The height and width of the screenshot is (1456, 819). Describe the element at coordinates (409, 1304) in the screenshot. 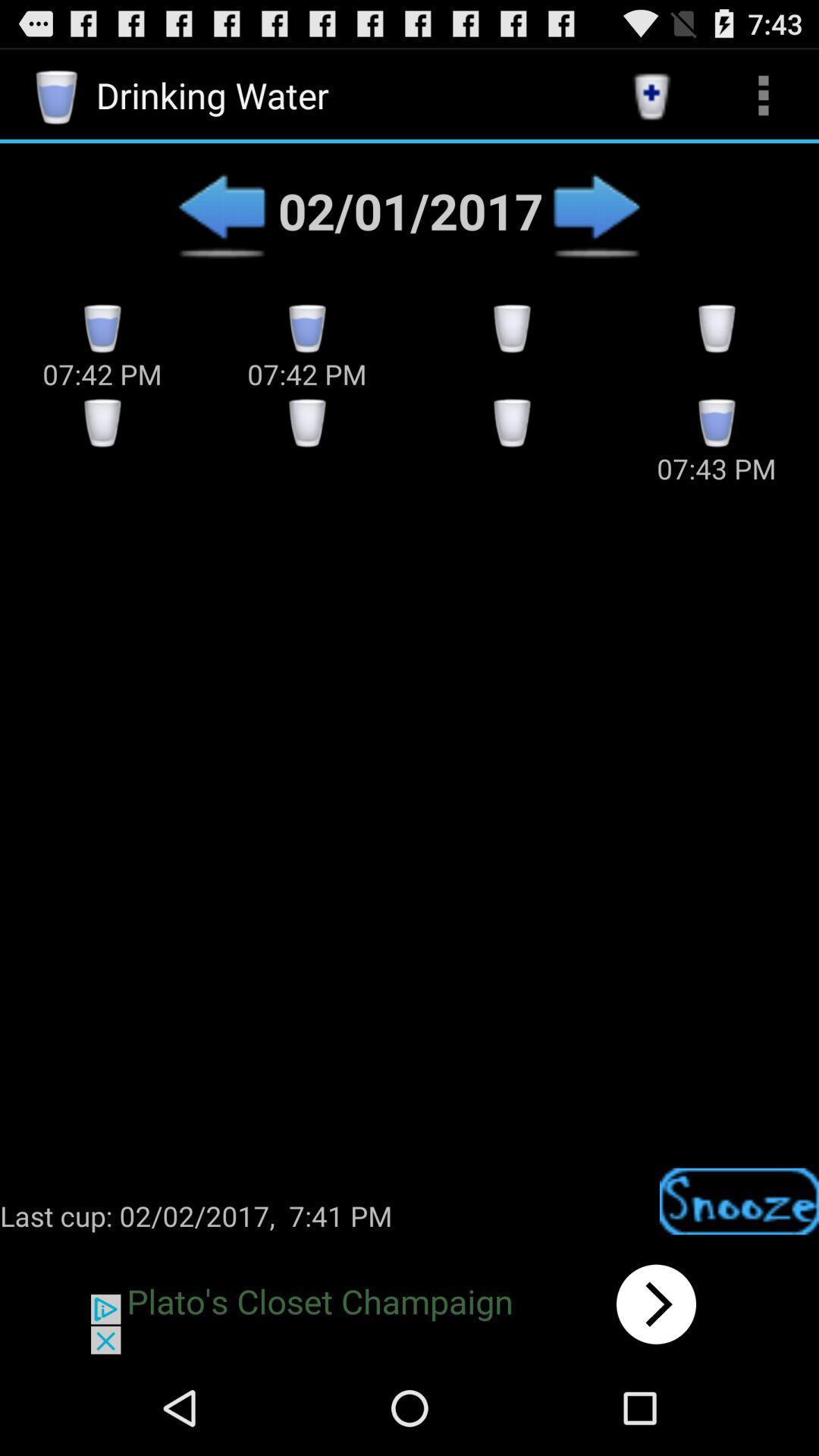

I see `next` at that location.